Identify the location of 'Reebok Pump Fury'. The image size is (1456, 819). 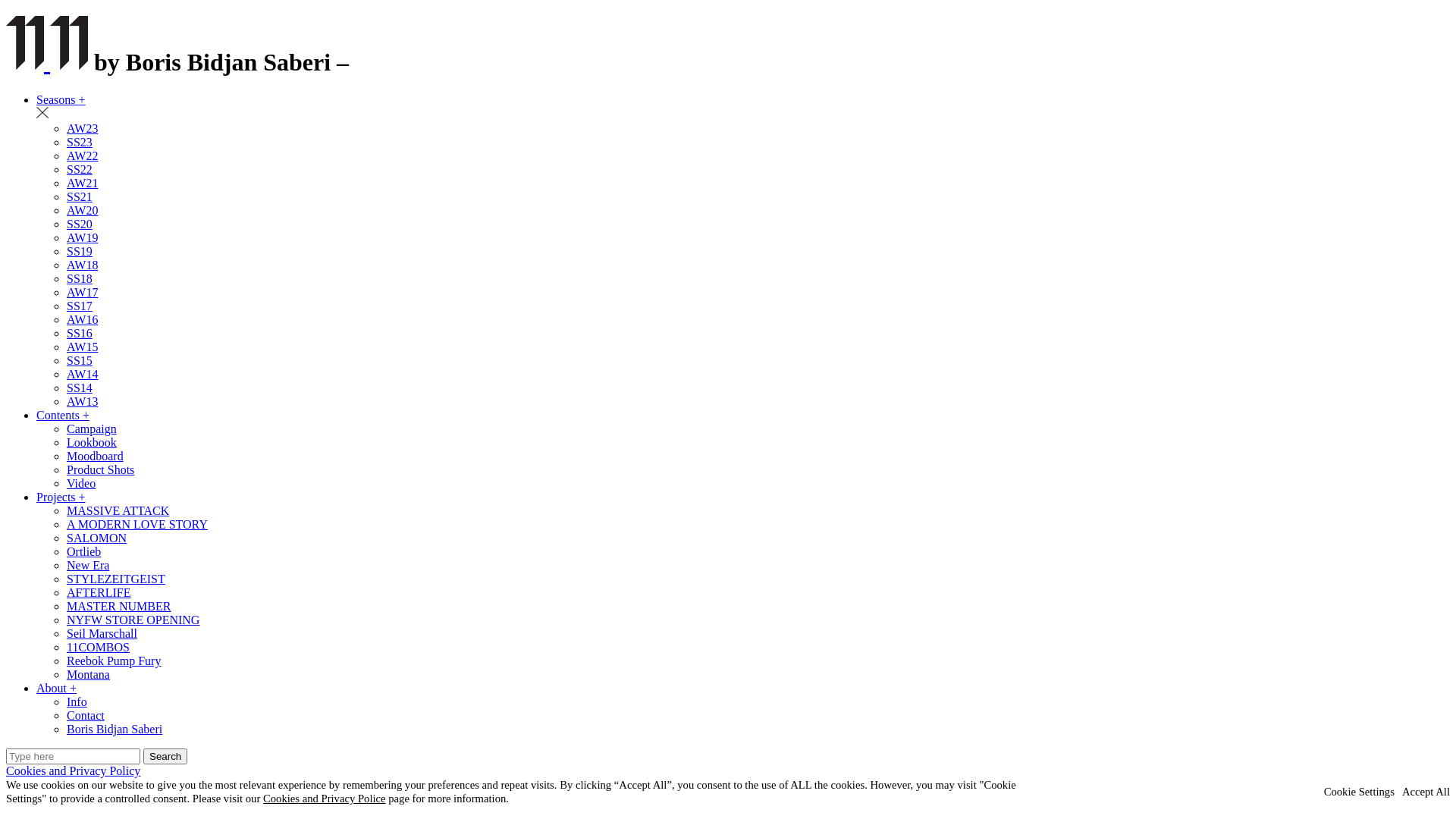
(112, 660).